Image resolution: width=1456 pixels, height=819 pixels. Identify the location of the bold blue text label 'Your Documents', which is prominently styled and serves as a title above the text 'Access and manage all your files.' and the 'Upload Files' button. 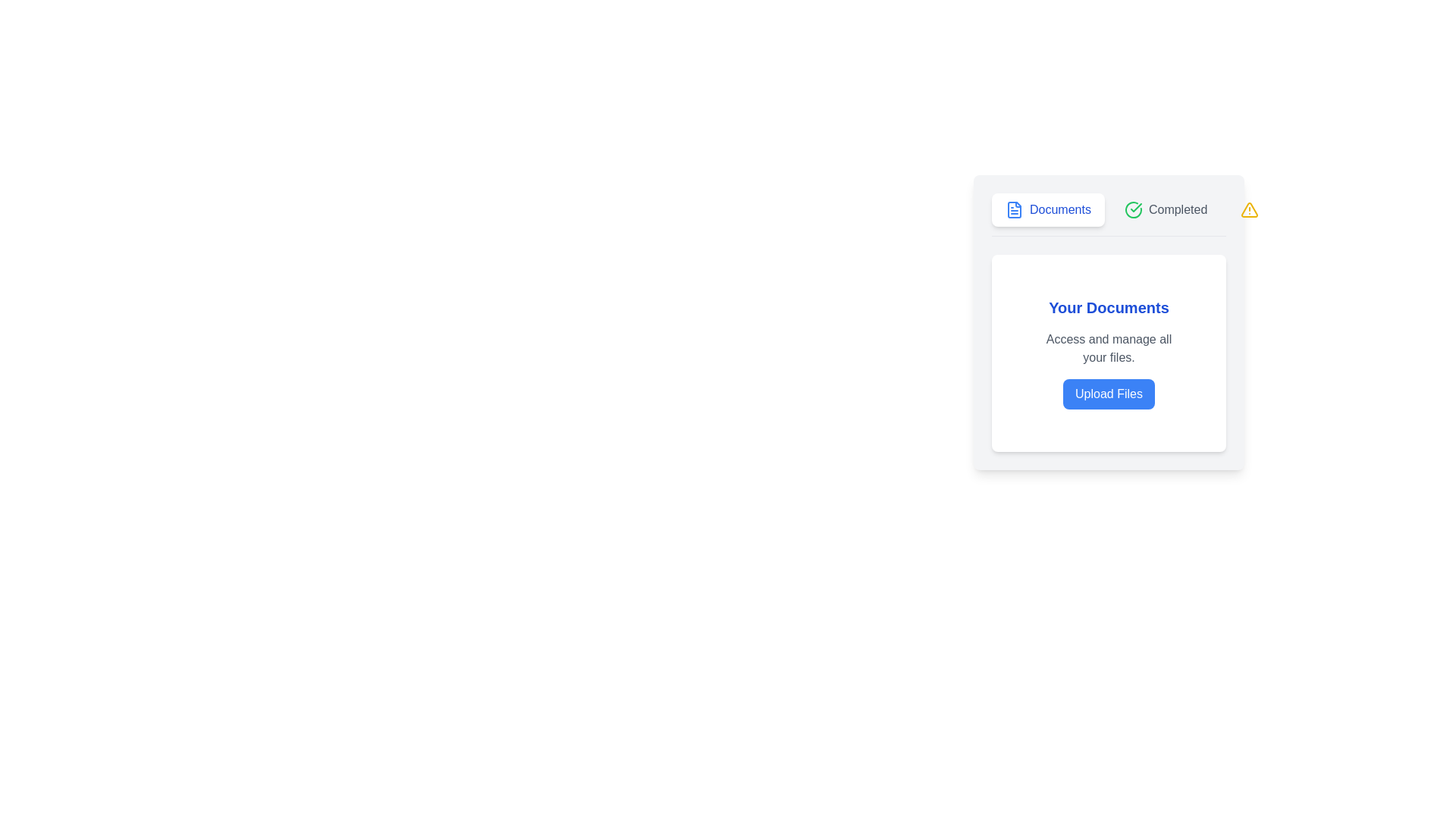
(1109, 307).